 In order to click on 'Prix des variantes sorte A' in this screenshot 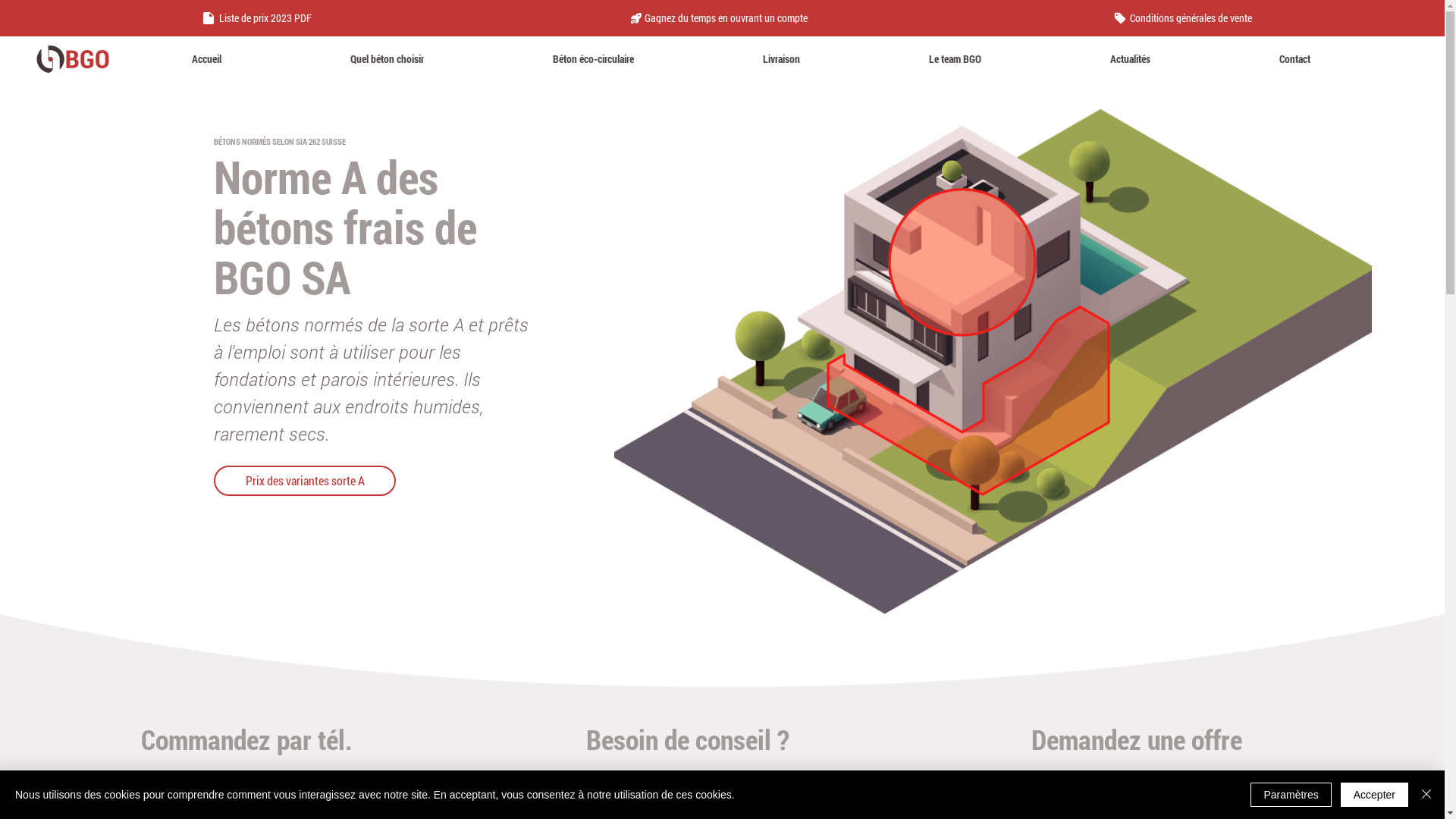, I will do `click(304, 480)`.